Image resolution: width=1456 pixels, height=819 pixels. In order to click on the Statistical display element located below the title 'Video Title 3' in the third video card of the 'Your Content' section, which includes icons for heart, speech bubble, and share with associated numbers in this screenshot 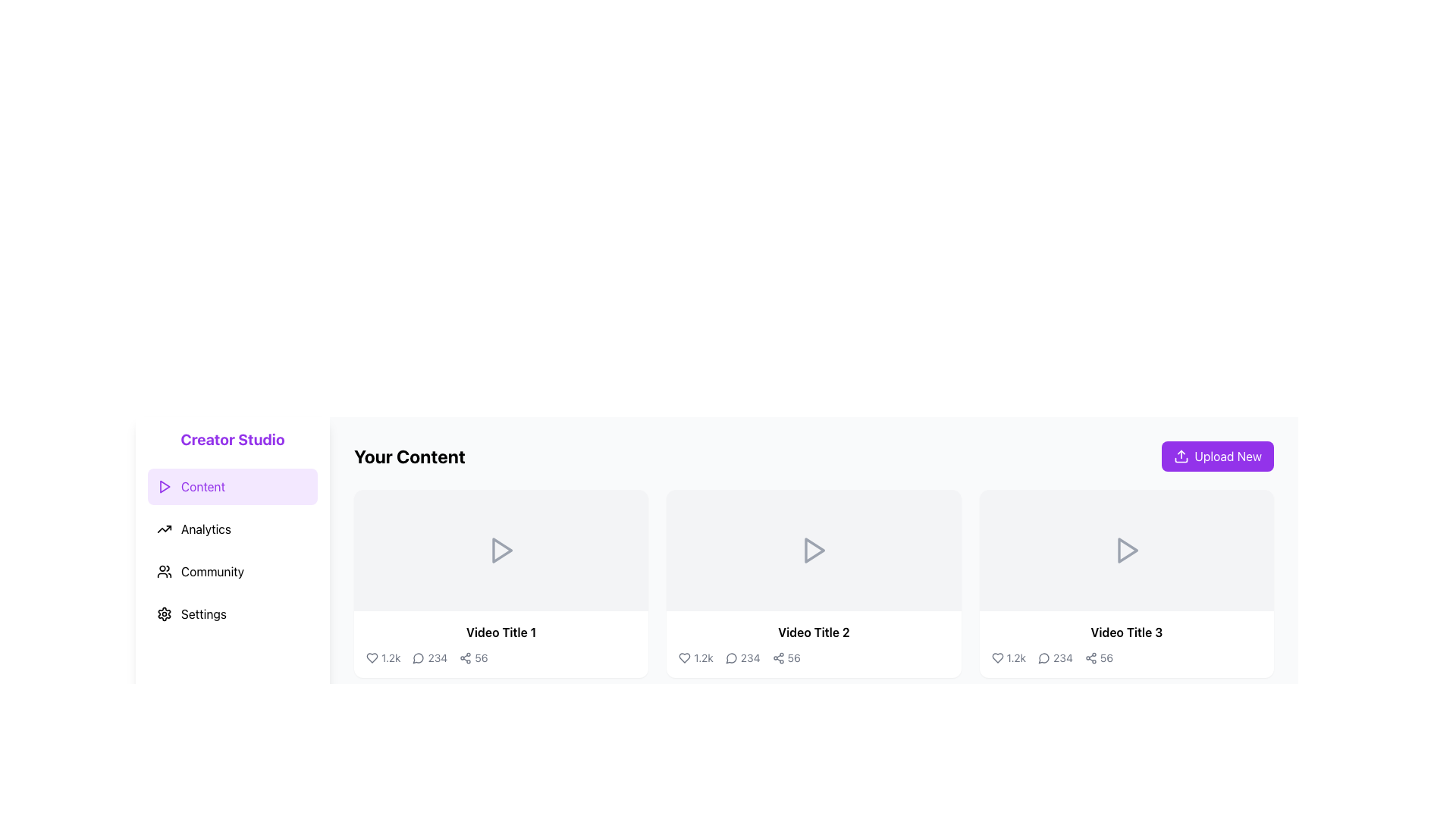, I will do `click(1126, 657)`.